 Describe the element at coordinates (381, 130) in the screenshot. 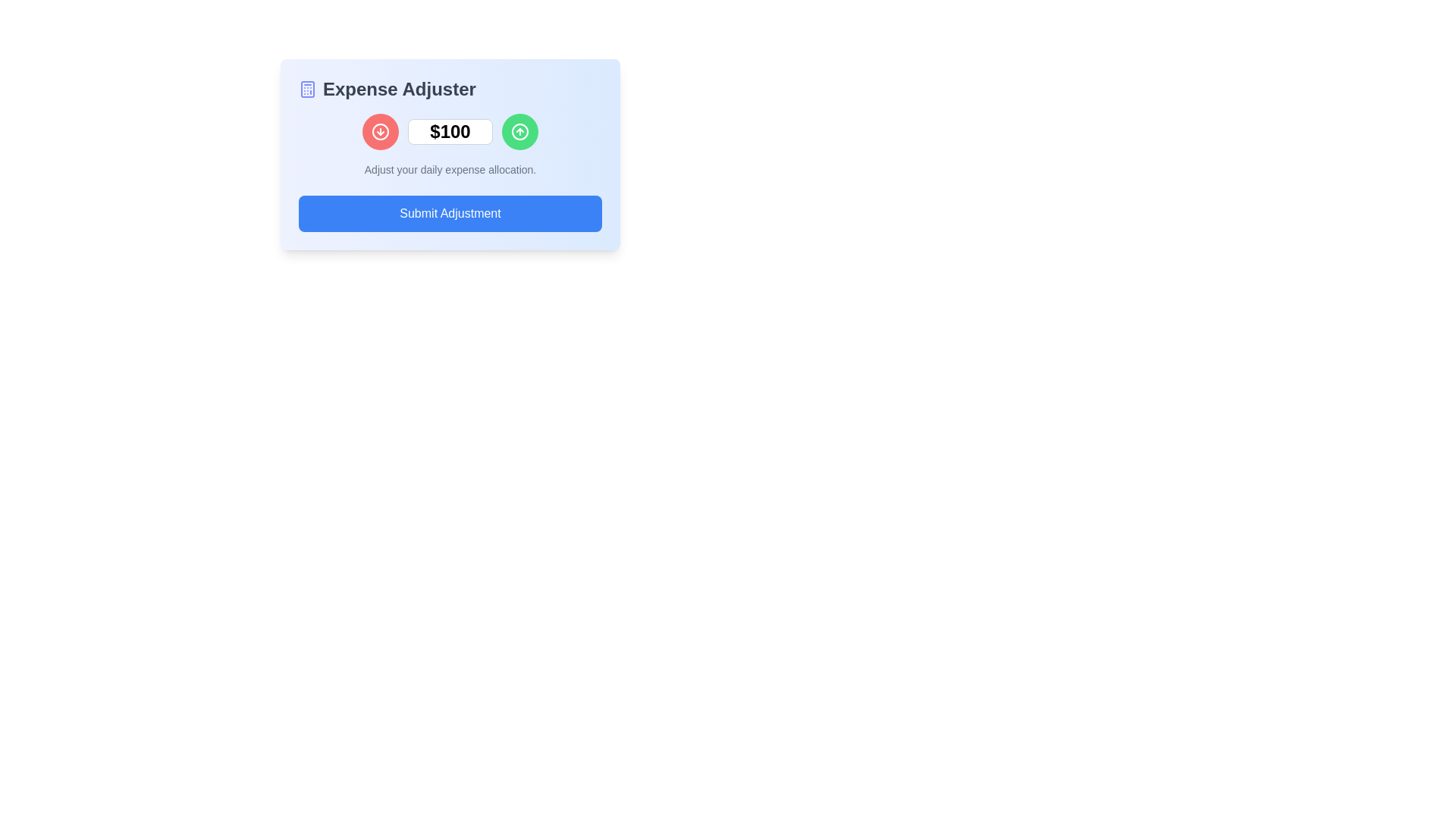

I see `the circular button with a red background and white border that contains a downward arrow icon to decrement the value` at that location.